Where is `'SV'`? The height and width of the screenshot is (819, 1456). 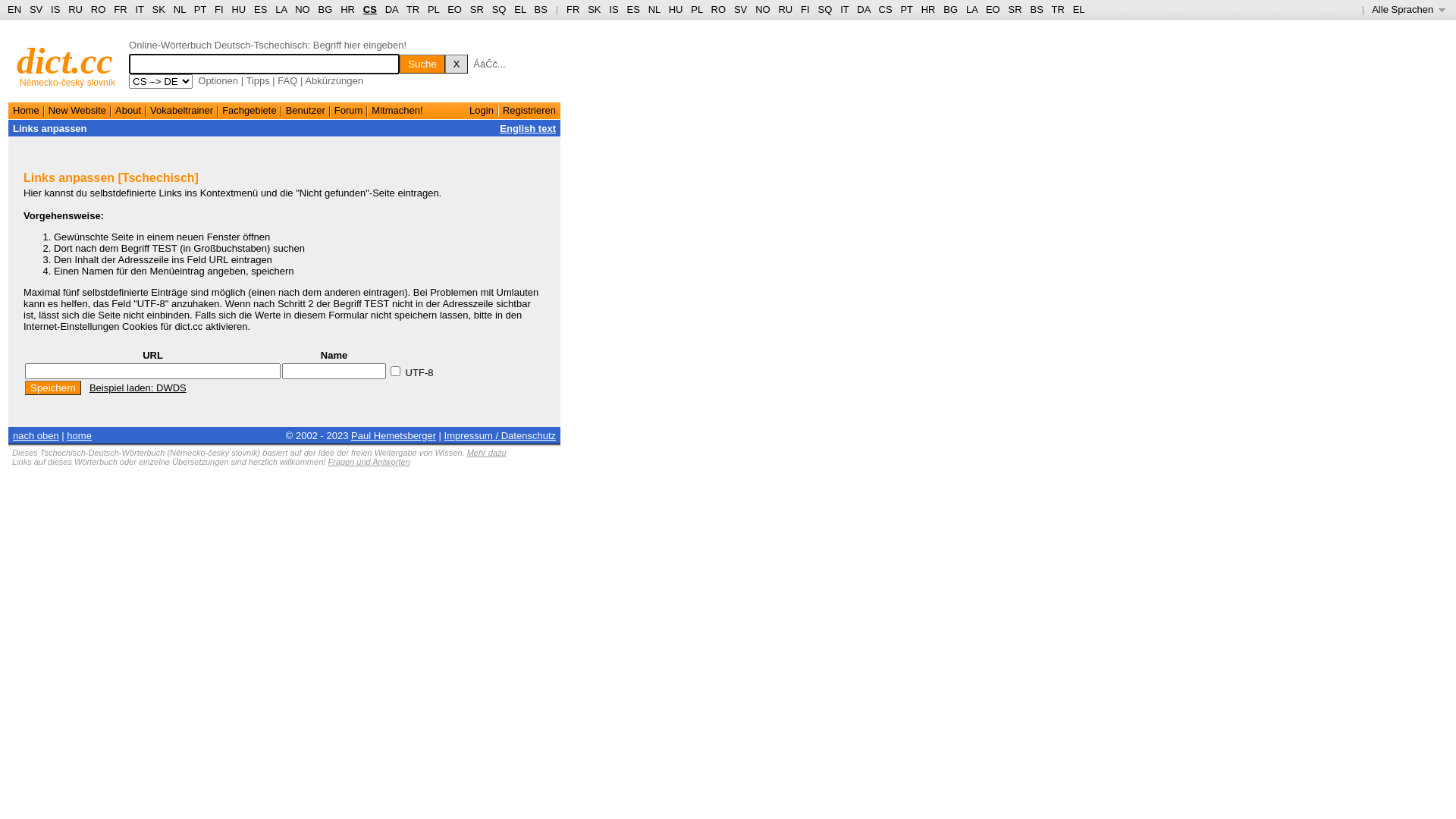 'SV' is located at coordinates (36, 9).